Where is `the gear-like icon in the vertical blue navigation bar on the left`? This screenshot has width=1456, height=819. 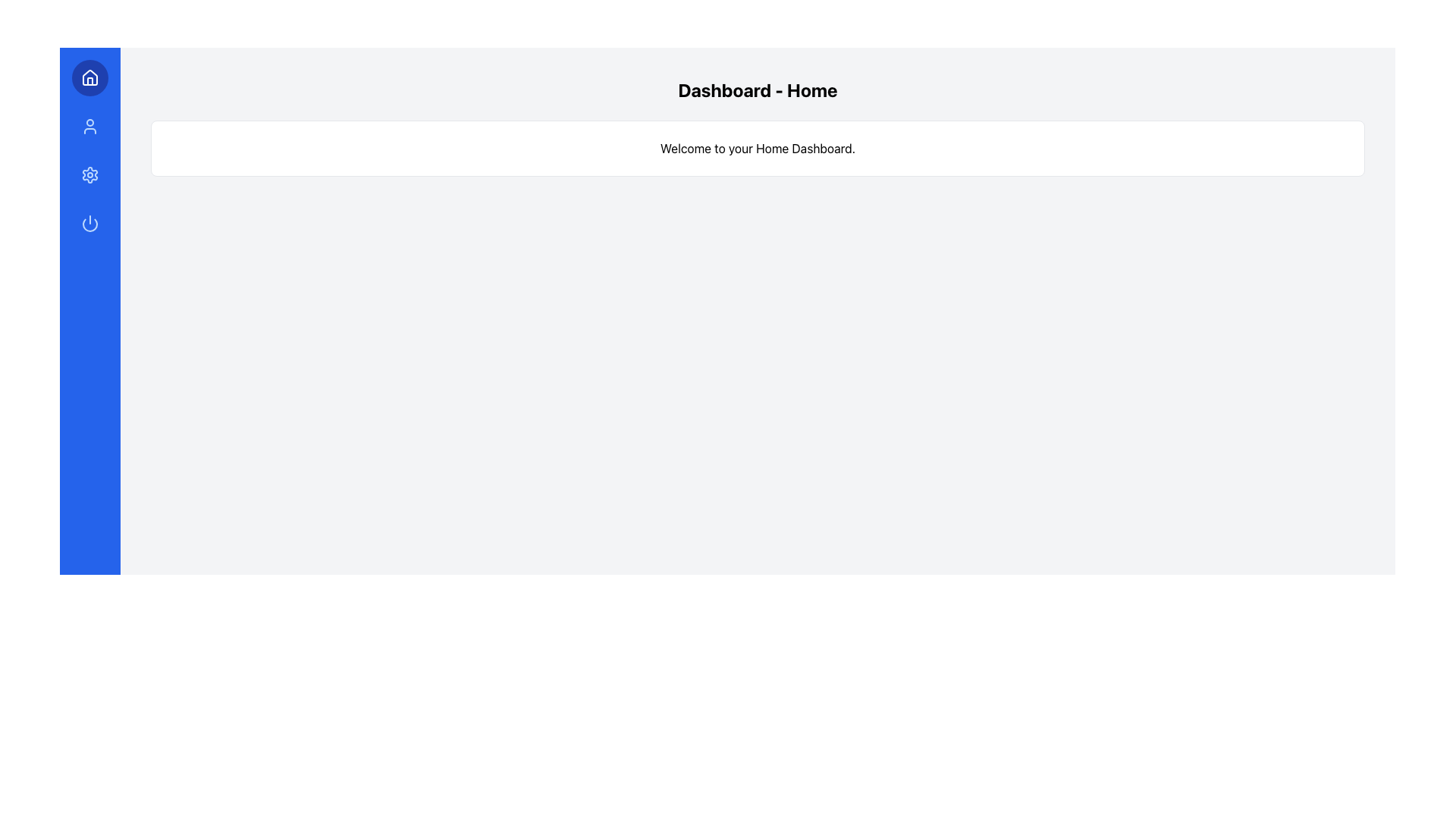
the gear-like icon in the vertical blue navigation bar on the left is located at coordinates (89, 174).